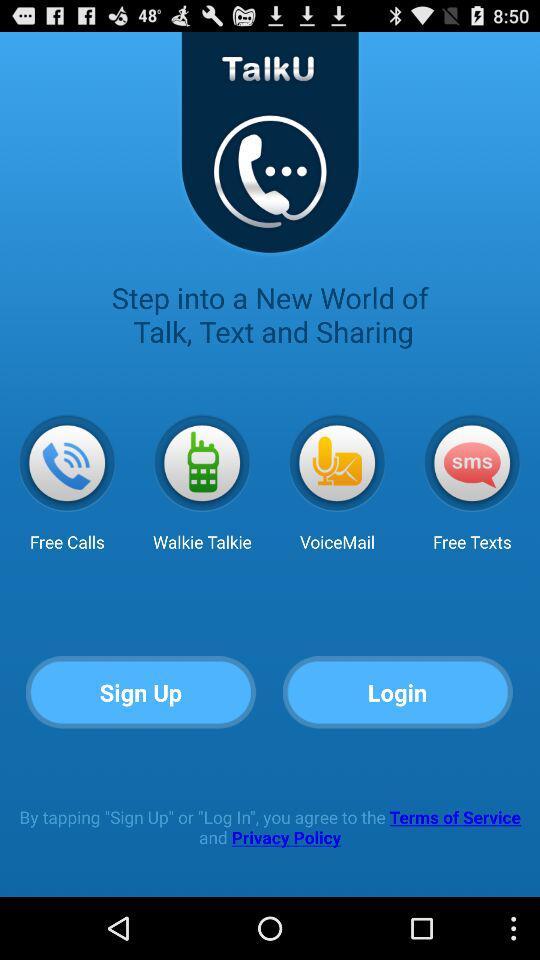 This screenshot has height=960, width=540. Describe the element at coordinates (398, 693) in the screenshot. I see `the item below the voicemail icon` at that location.